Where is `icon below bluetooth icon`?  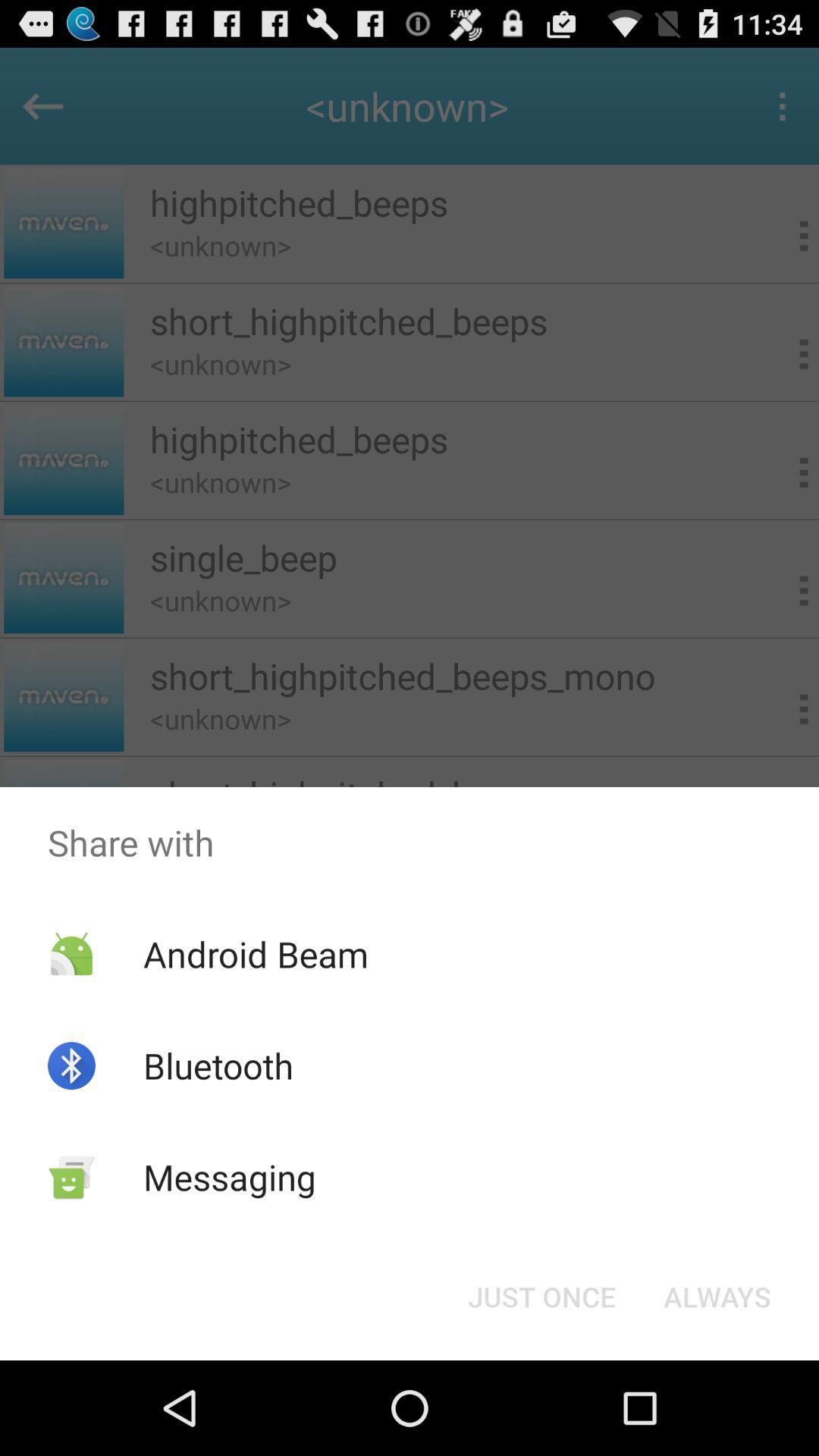
icon below bluetooth icon is located at coordinates (230, 1176).